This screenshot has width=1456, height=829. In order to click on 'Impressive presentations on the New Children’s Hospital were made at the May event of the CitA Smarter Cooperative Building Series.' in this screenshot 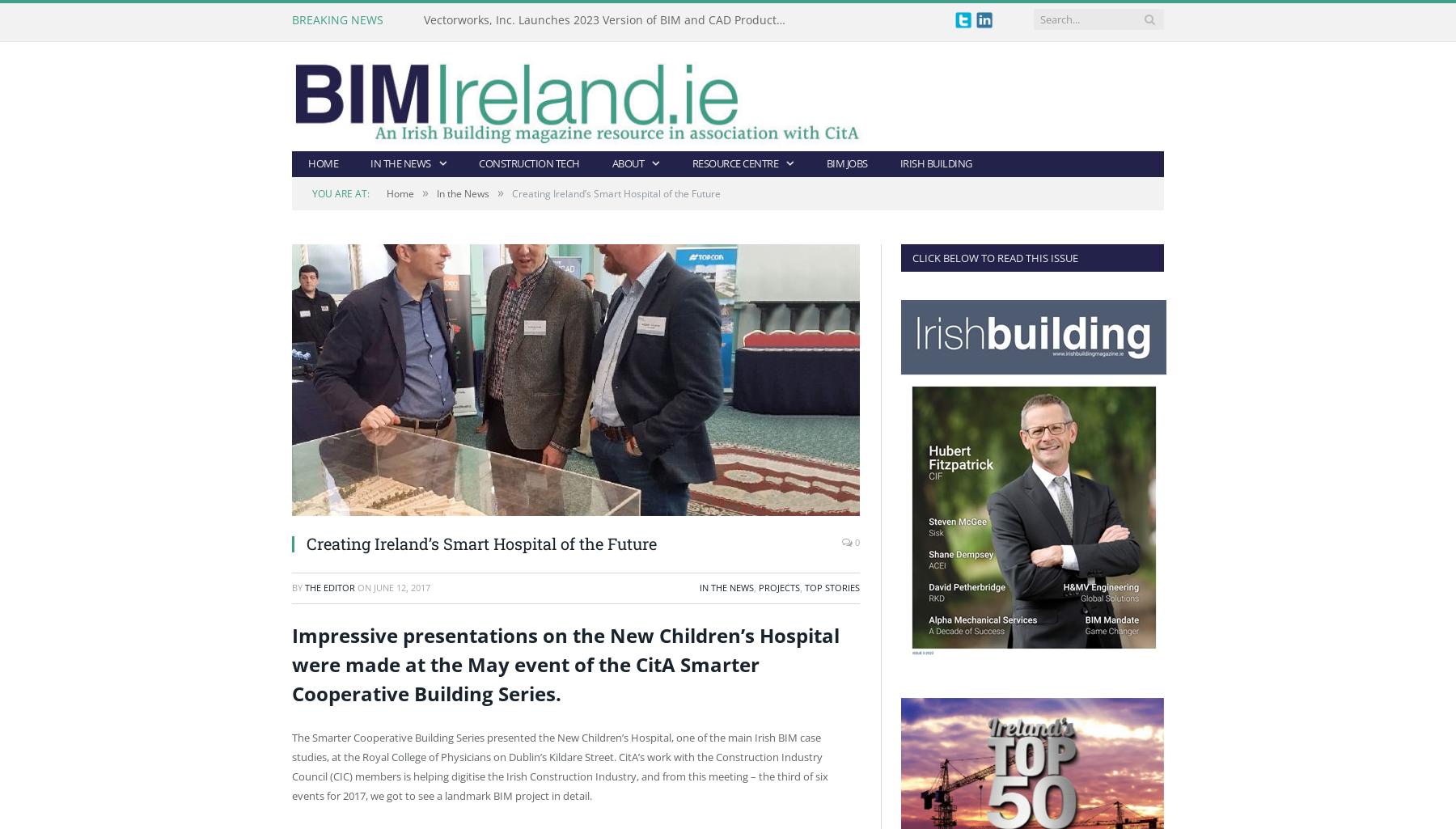, I will do `click(565, 662)`.